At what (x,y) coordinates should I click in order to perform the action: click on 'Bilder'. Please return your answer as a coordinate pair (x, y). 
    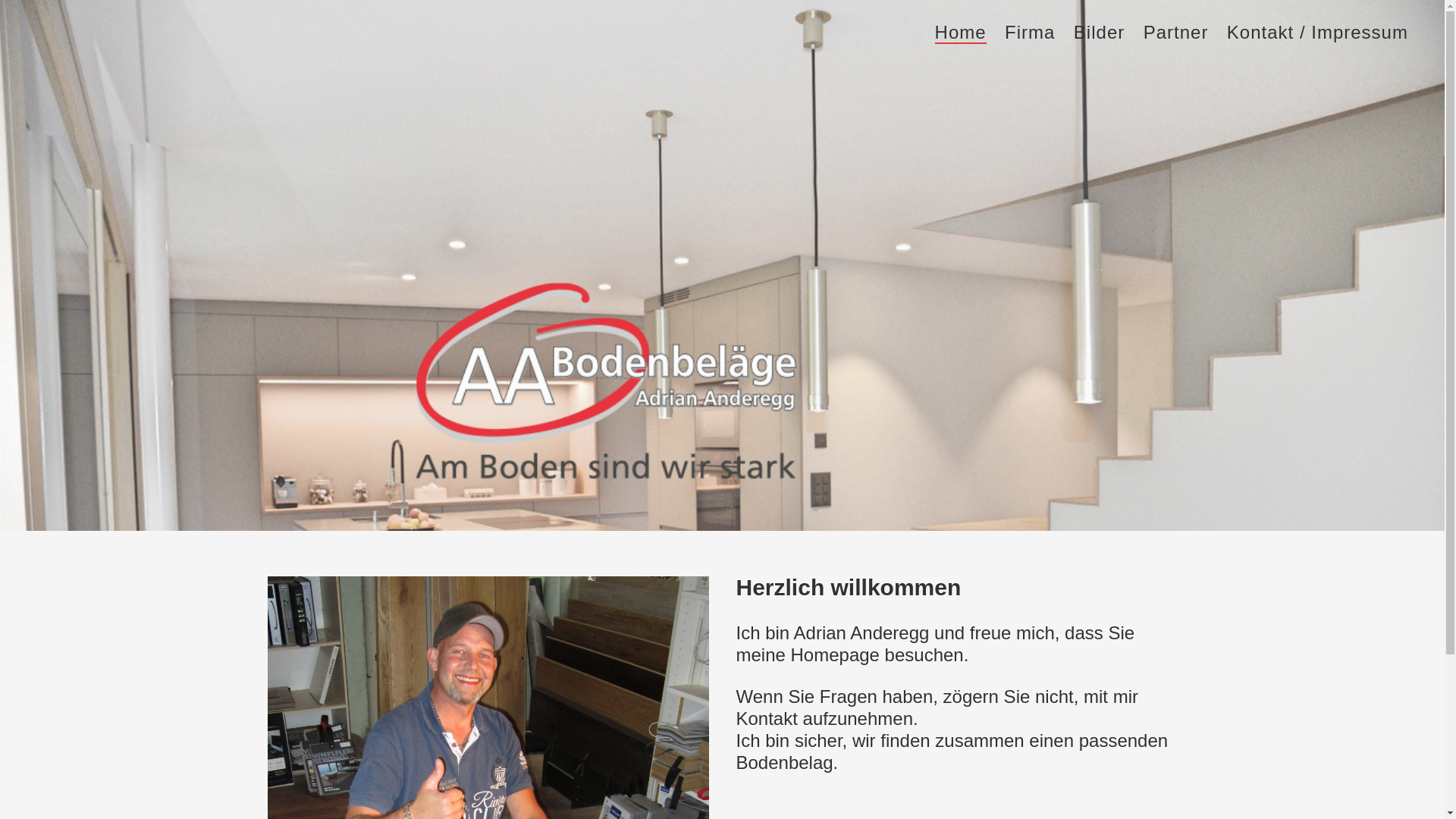
    Looking at the image, I should click on (1099, 33).